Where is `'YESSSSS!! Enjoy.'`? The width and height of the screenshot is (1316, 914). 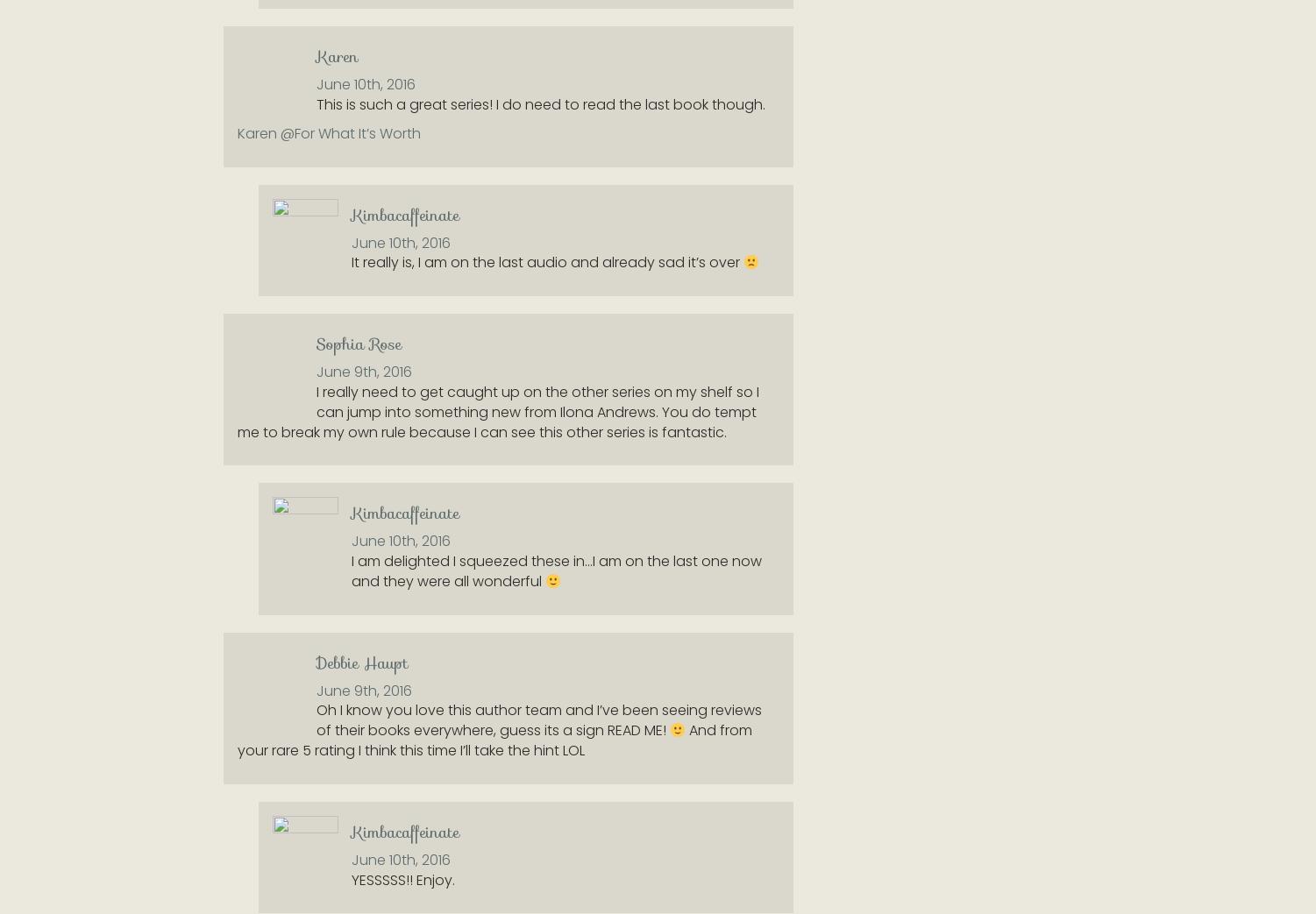
'YESSSSS!! Enjoy.' is located at coordinates (403, 879).